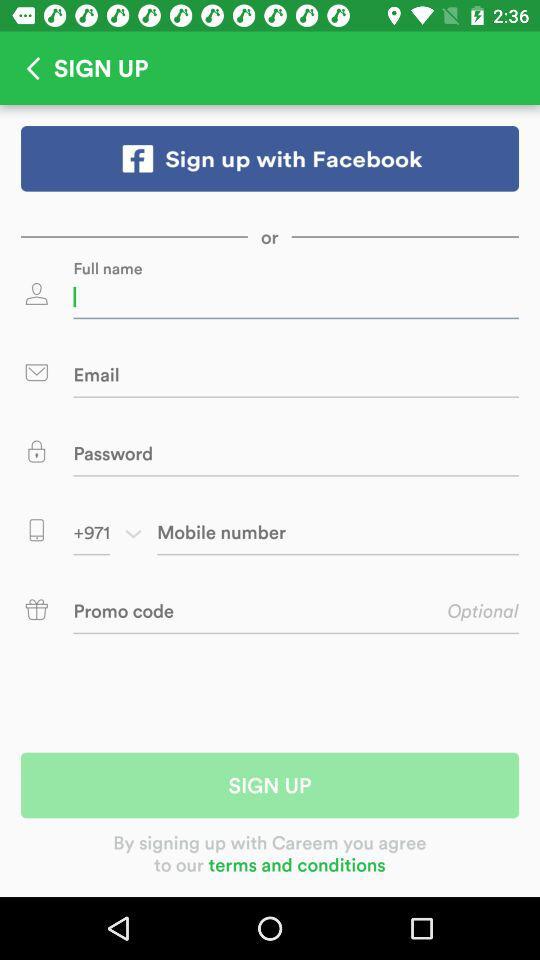 The image size is (540, 960). I want to click on use facebook login, so click(270, 157).